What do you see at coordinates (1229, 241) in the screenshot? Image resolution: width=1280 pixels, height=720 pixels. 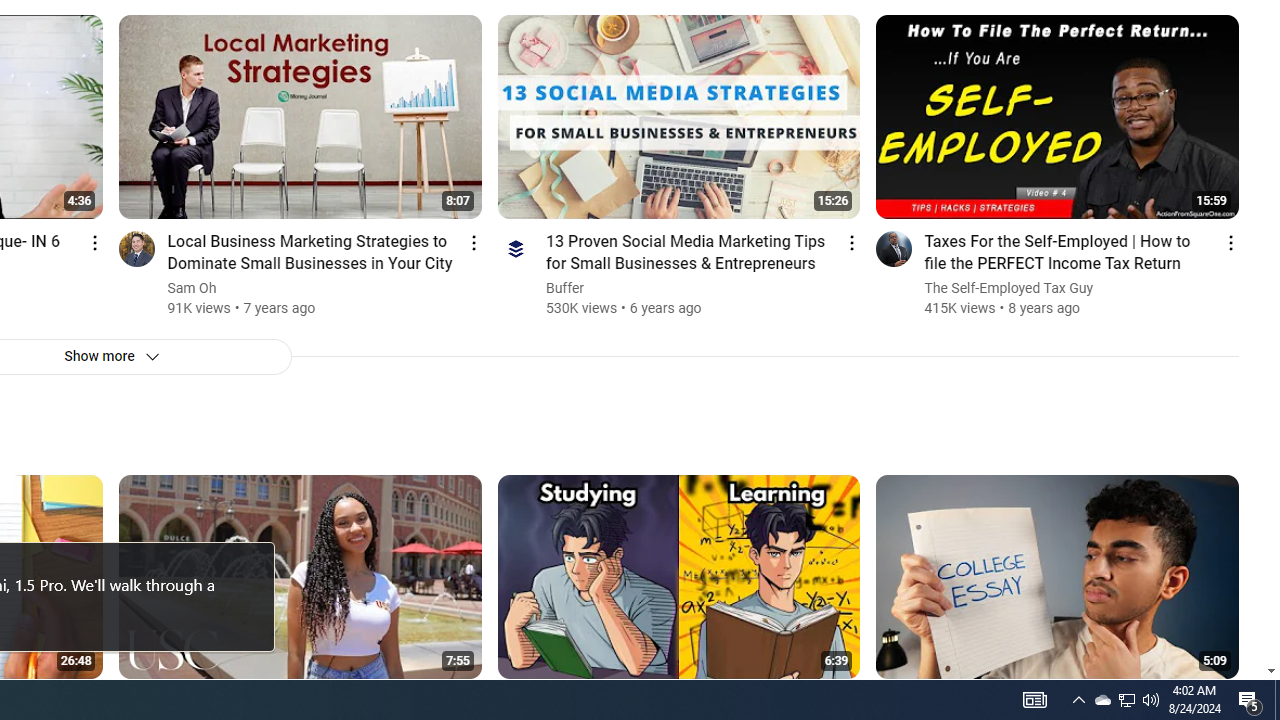 I see `'Action menu'` at bounding box center [1229, 241].